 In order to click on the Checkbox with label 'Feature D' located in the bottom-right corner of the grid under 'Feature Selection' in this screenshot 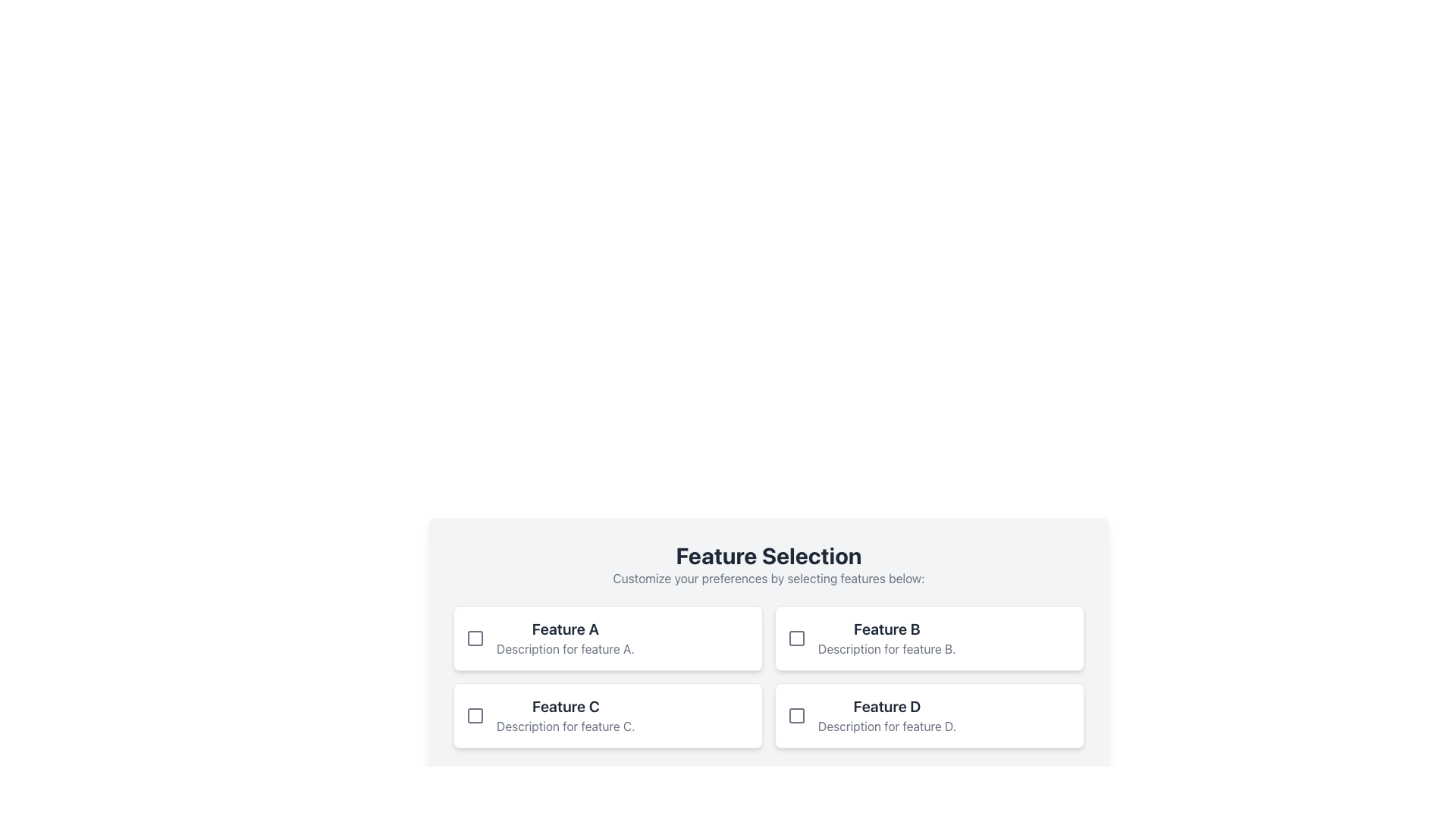, I will do `click(928, 716)`.